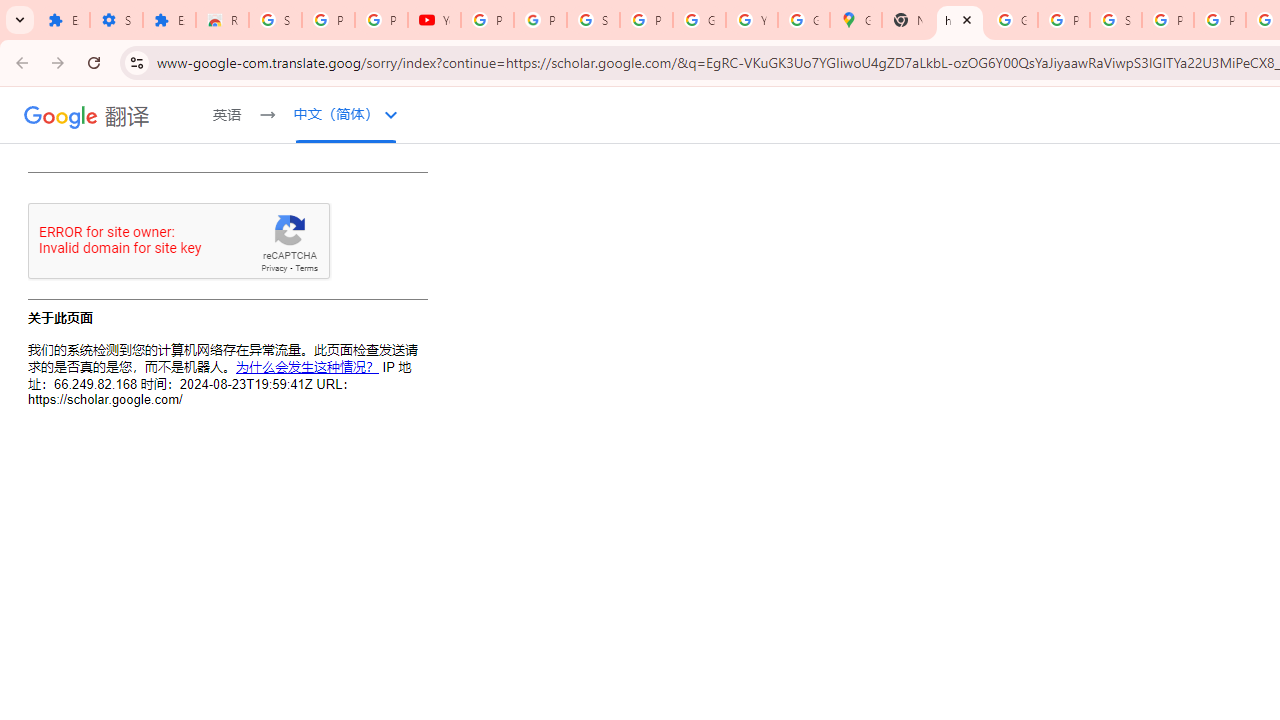  I want to click on 'Settings', so click(115, 20).